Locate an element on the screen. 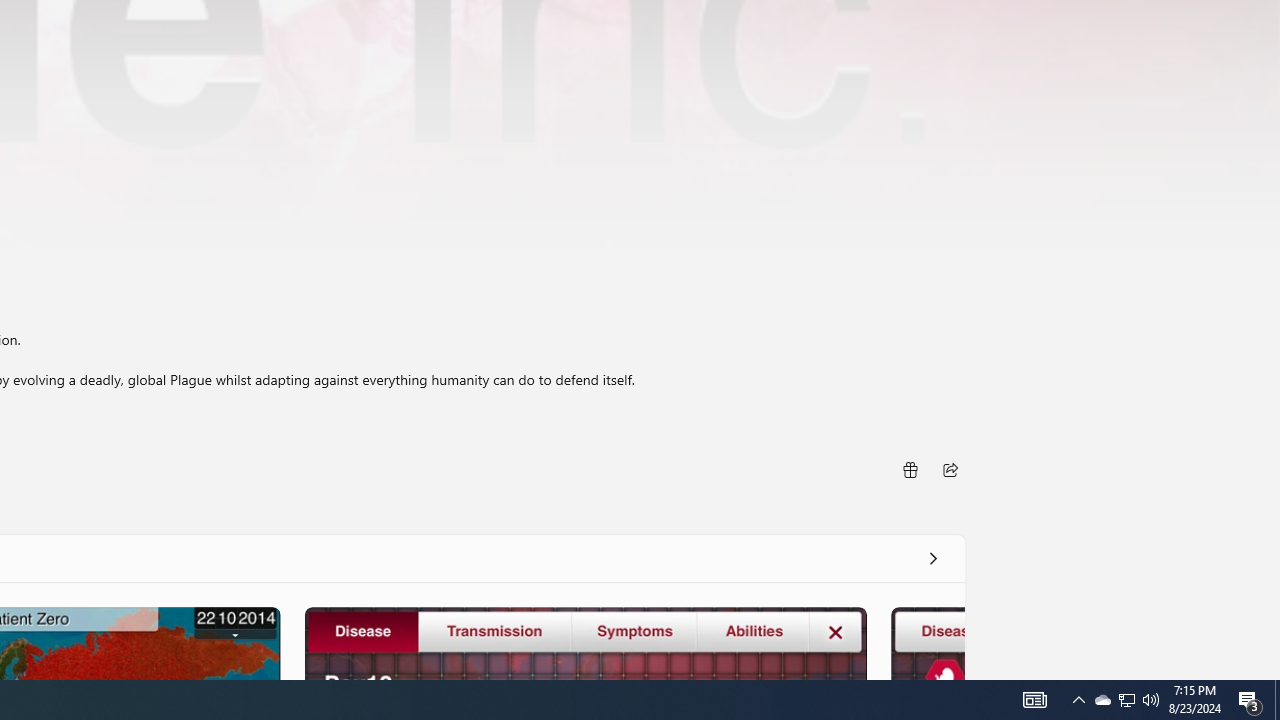 The image size is (1280, 720). 'Buy as gift' is located at coordinates (908, 469).